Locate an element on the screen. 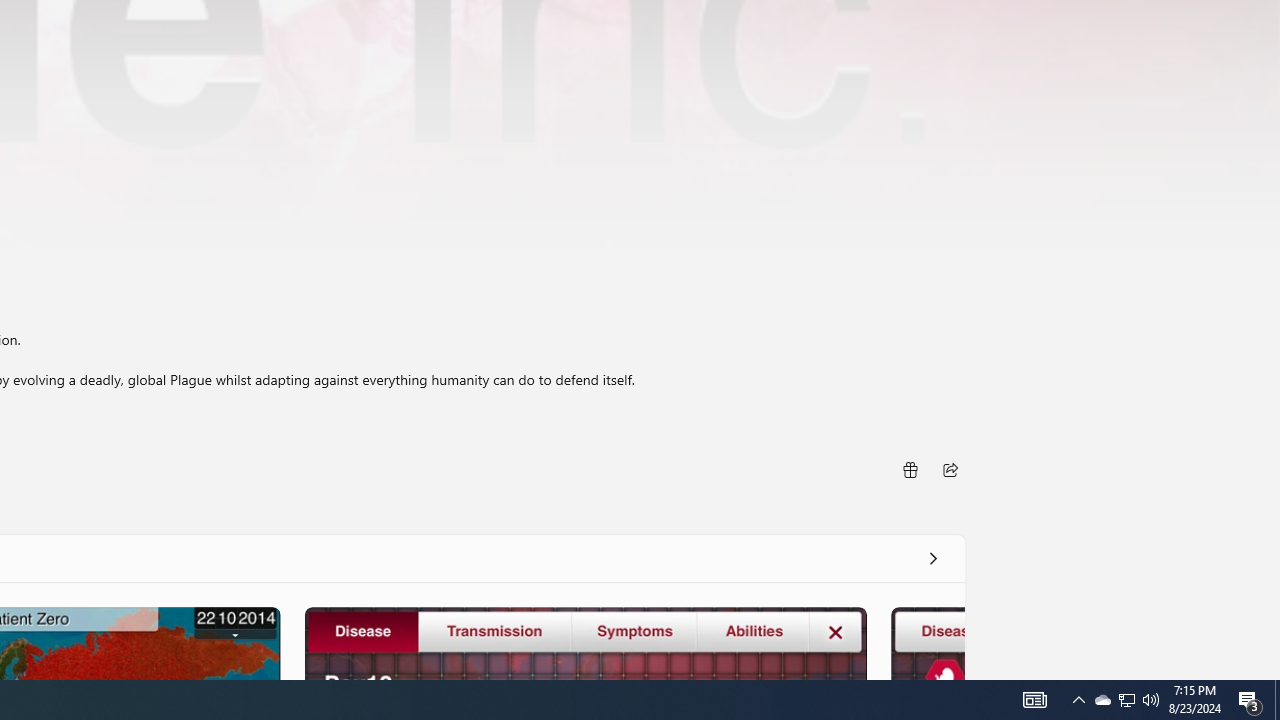 The image size is (1280, 720). 'Buy as gift' is located at coordinates (908, 469).